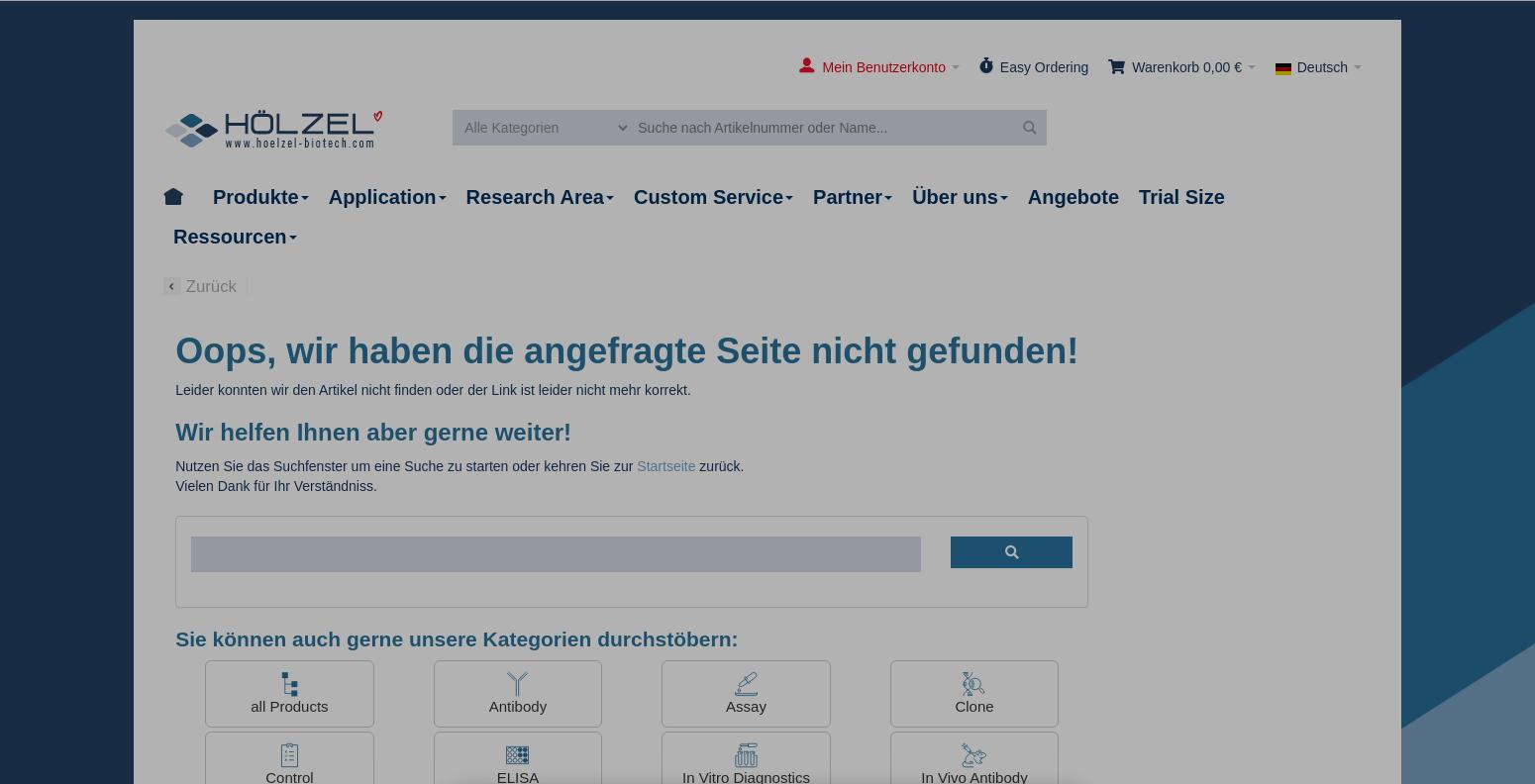 This screenshot has width=1535, height=784. Describe the element at coordinates (1166, 67) in the screenshot. I see `'Warenkorb'` at that location.